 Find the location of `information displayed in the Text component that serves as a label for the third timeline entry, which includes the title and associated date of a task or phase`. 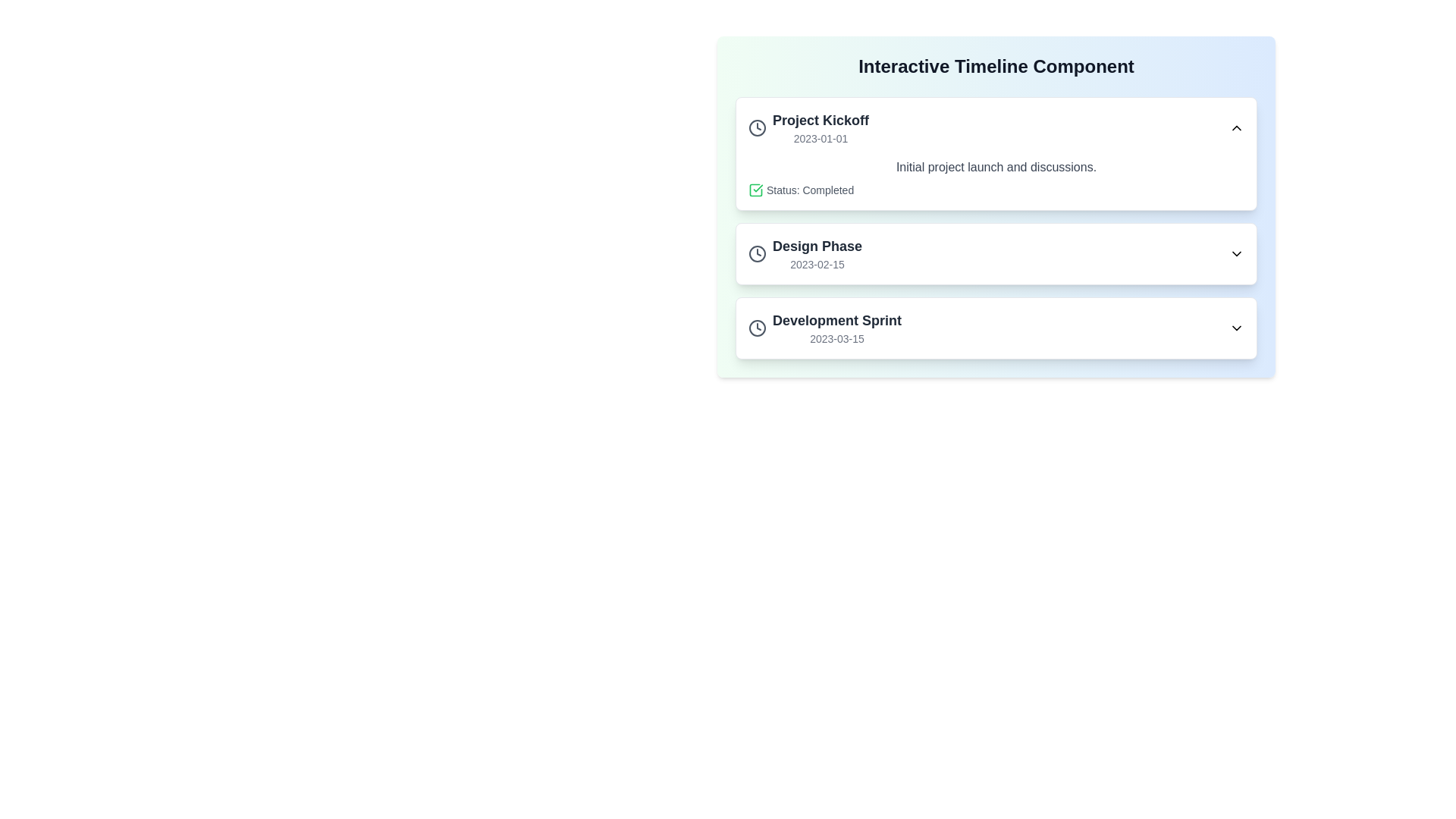

information displayed in the Text component that serves as a label for the third timeline entry, which includes the title and associated date of a task or phase is located at coordinates (836, 327).